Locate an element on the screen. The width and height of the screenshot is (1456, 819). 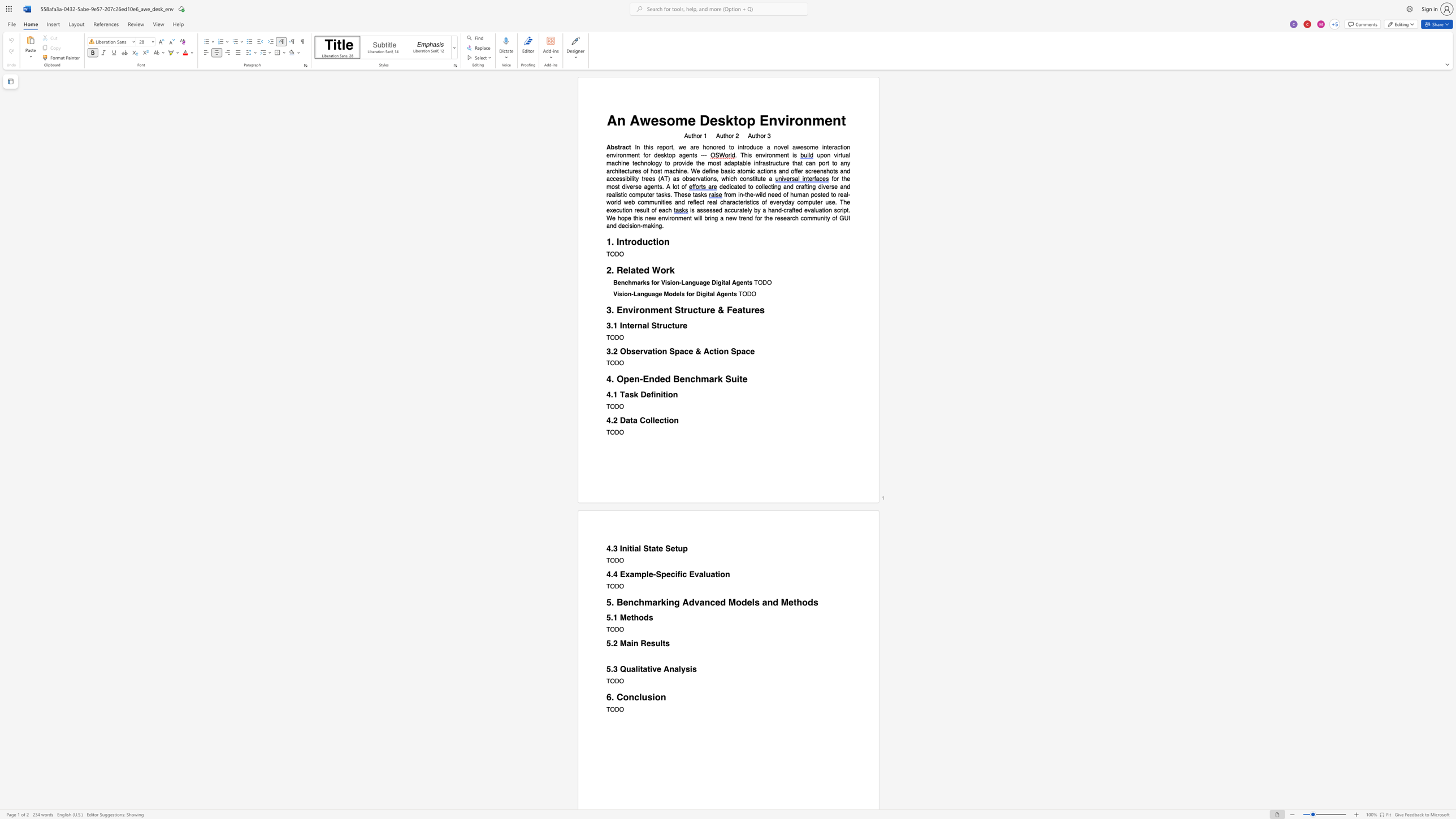
the subset text "Awesome Desktop Envir" within the text "An Awesome Desktop Environment" is located at coordinates (630, 120).